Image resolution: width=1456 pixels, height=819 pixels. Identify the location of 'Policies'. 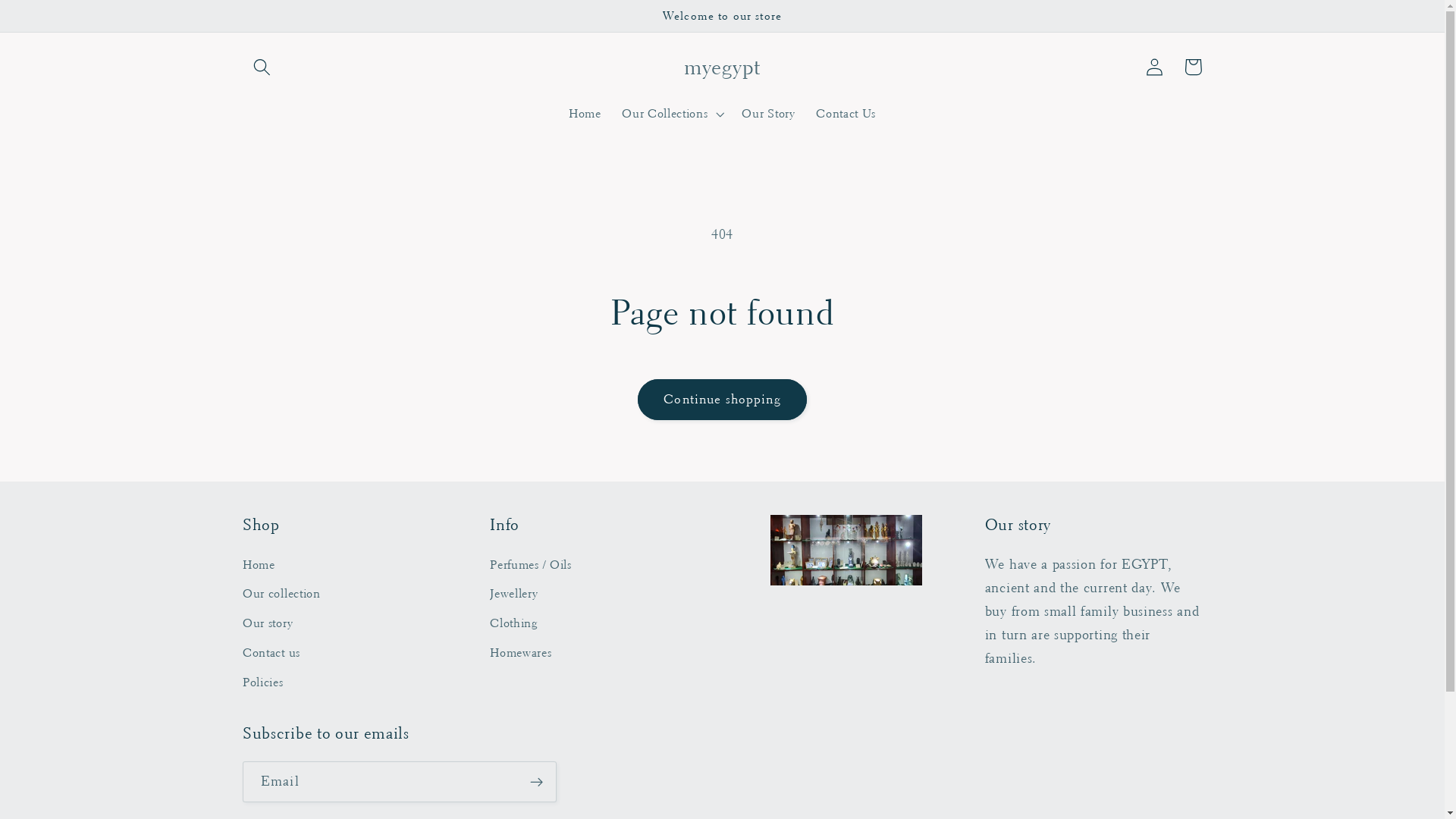
(243, 682).